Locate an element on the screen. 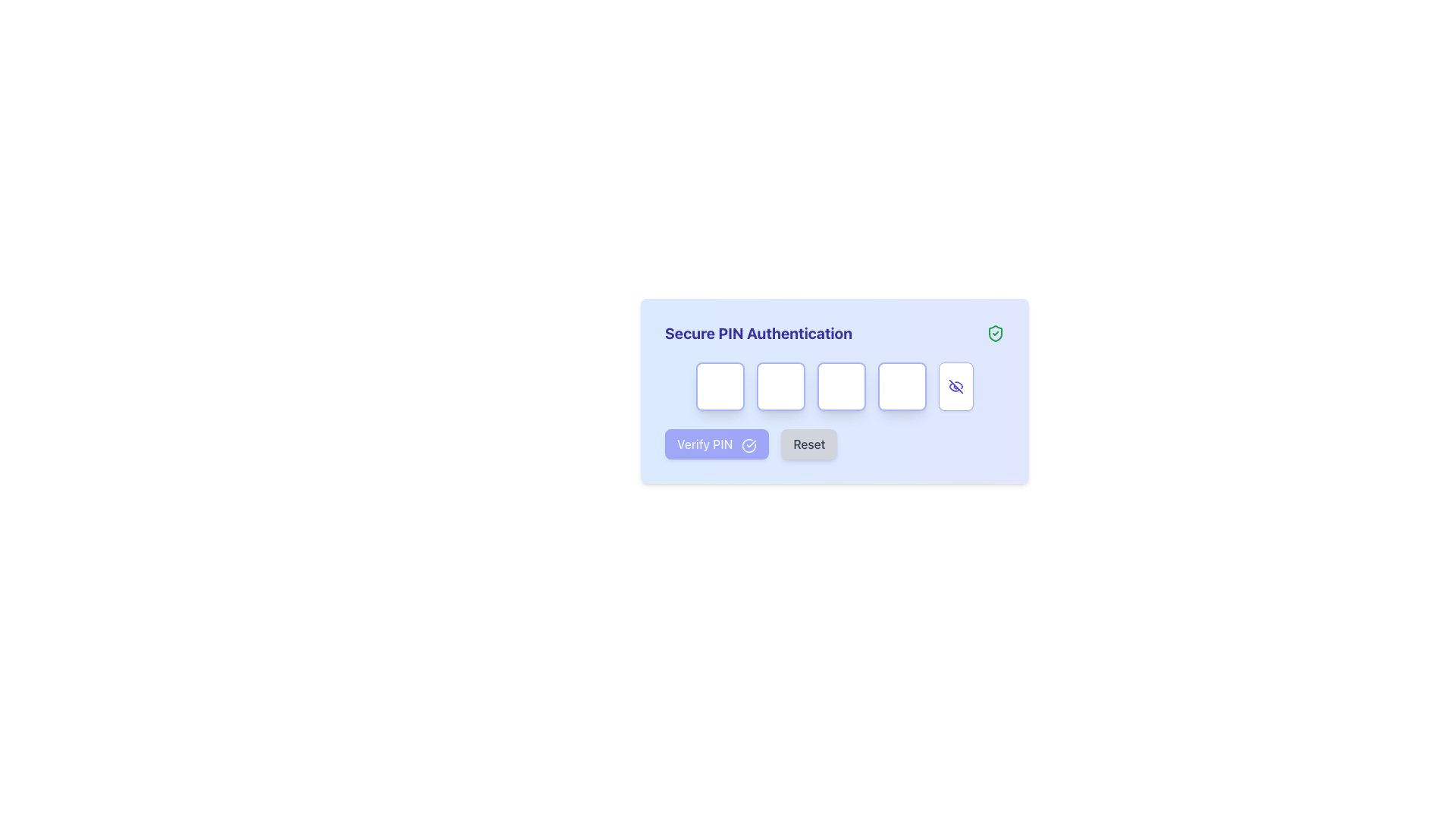  the 'Verify PIN' button located below the empty PIN input boxes to initiate the verification process is located at coordinates (716, 444).